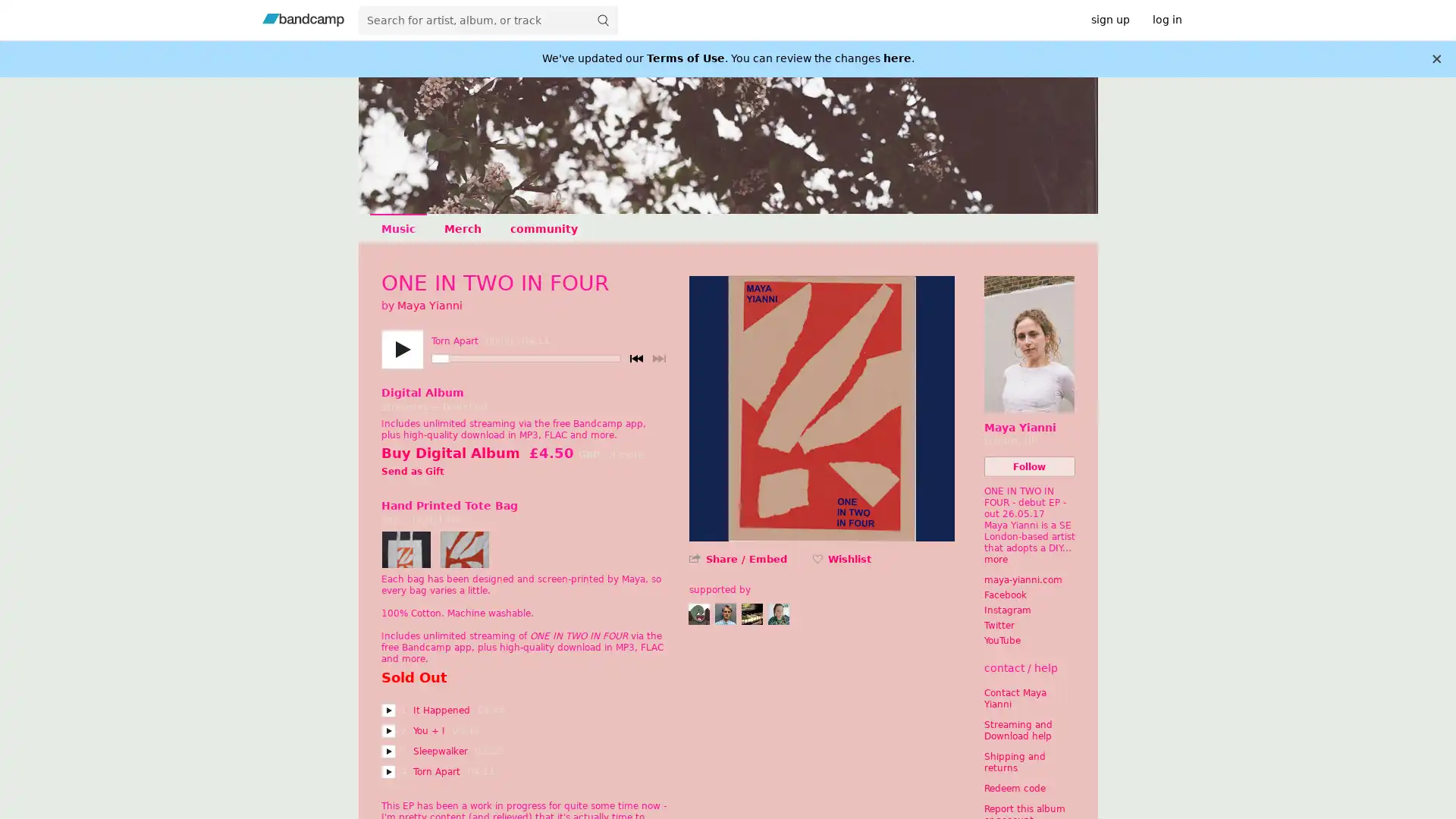 The image size is (1456, 819). I want to click on Play You + I, so click(388, 730).